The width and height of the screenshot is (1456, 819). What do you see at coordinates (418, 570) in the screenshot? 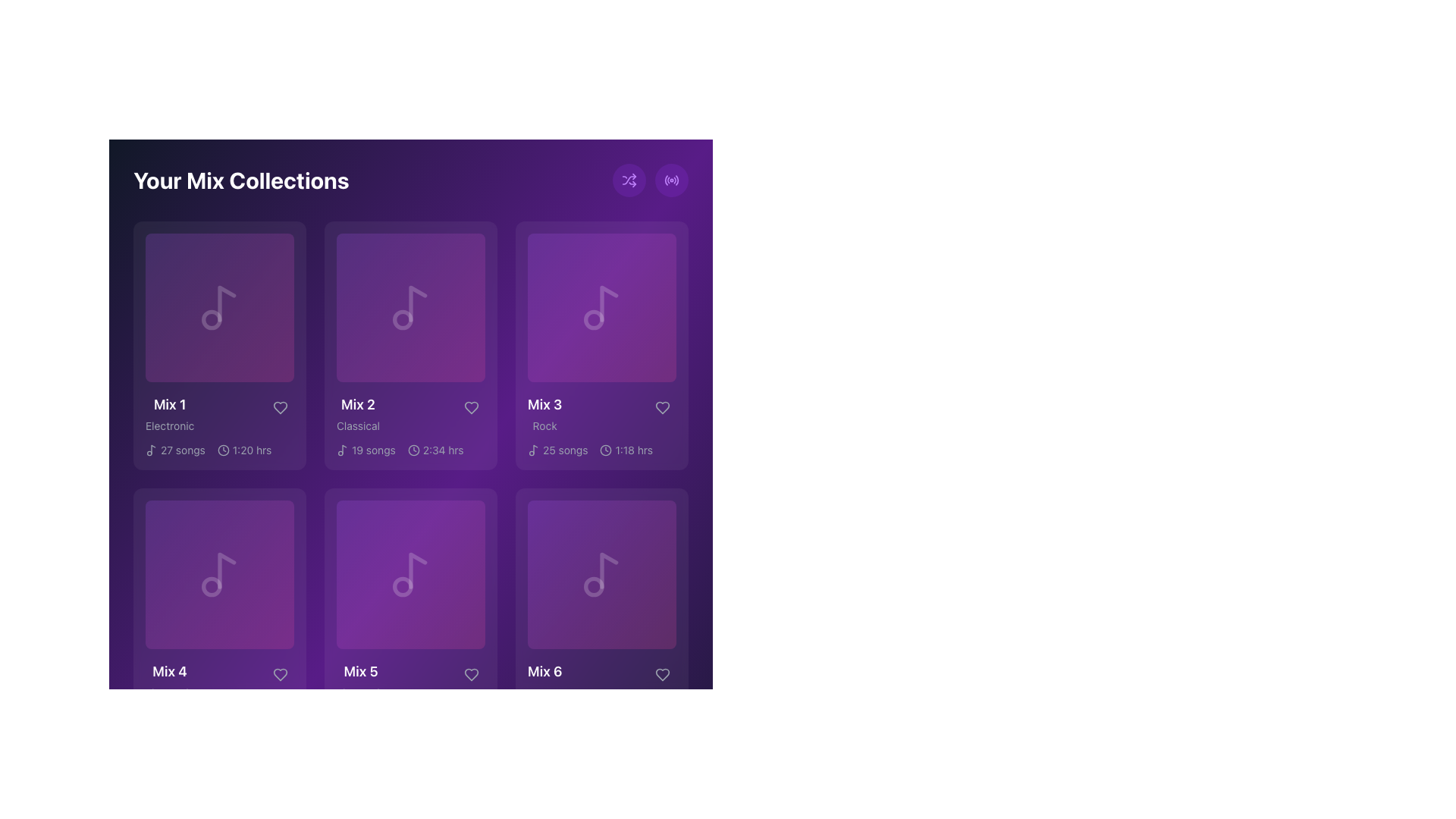
I see `the decorative icon representing 'Mix 5'` at bounding box center [418, 570].